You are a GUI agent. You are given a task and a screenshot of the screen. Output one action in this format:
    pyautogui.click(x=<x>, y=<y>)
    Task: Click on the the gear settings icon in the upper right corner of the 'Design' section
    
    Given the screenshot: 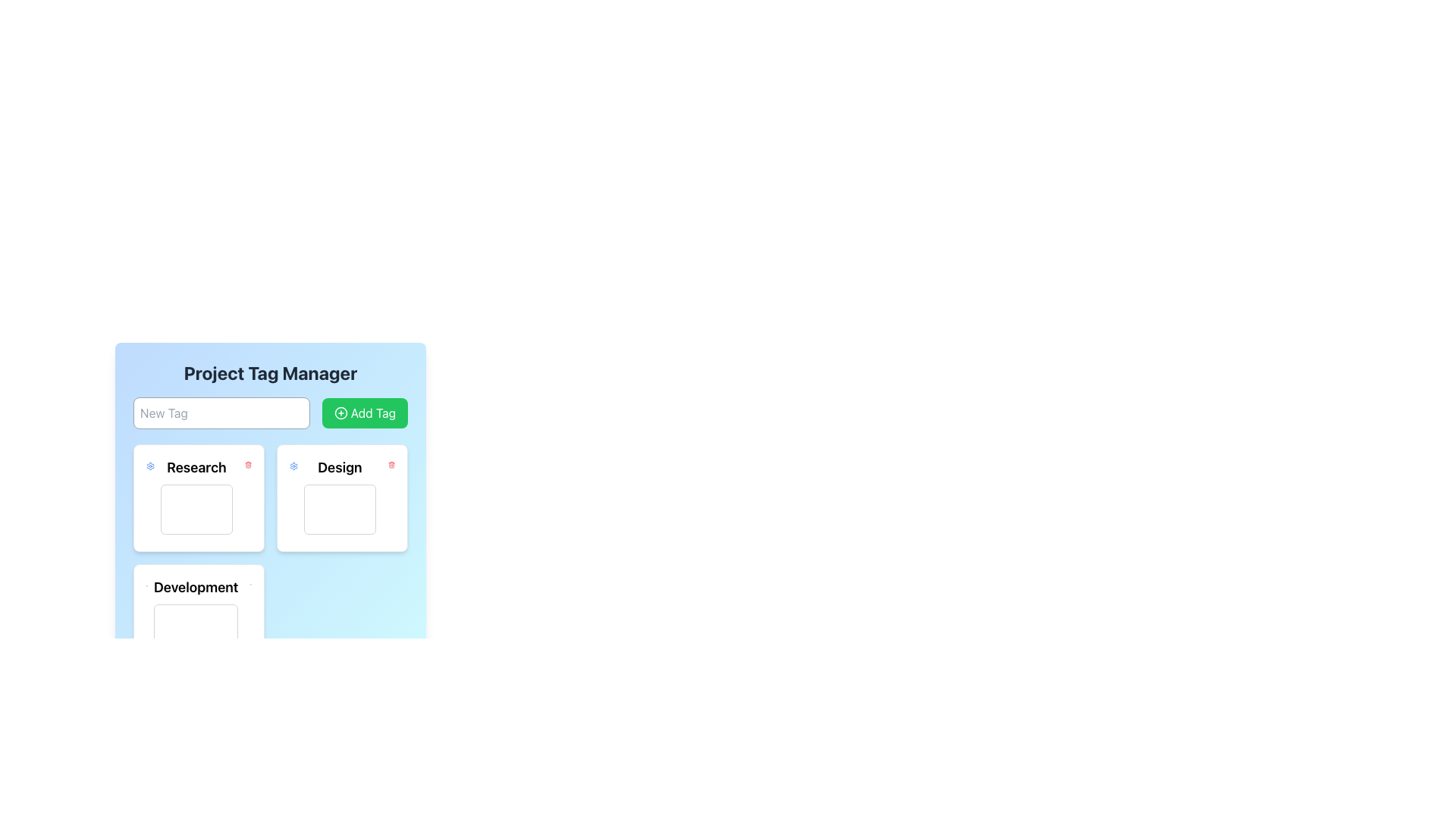 What is the action you would take?
    pyautogui.click(x=293, y=465)
    